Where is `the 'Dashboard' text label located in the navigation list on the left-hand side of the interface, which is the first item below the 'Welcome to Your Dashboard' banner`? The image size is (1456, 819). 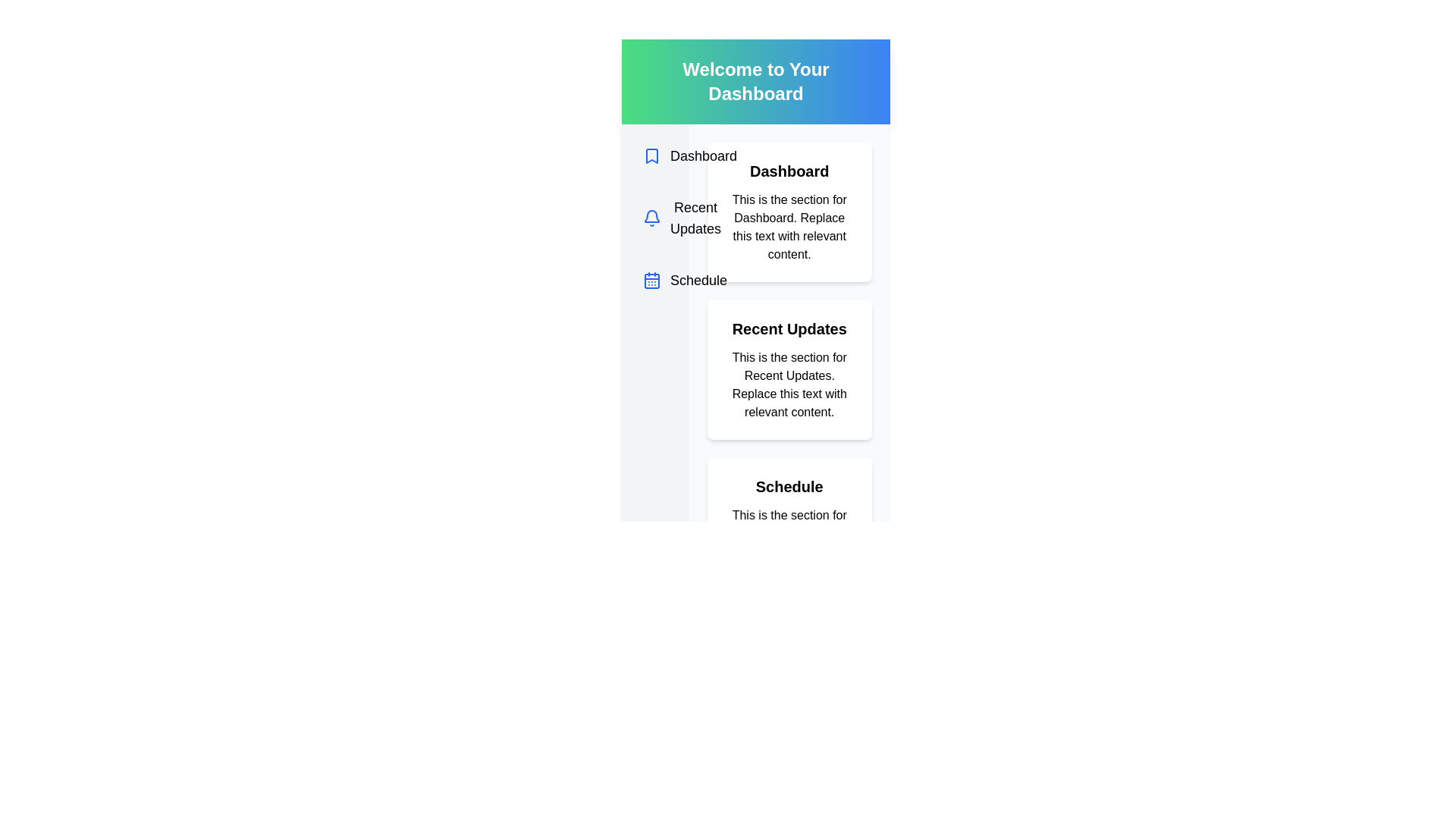 the 'Dashboard' text label located in the navigation list on the left-hand side of the interface, which is the first item below the 'Welcome to Your Dashboard' banner is located at coordinates (702, 155).